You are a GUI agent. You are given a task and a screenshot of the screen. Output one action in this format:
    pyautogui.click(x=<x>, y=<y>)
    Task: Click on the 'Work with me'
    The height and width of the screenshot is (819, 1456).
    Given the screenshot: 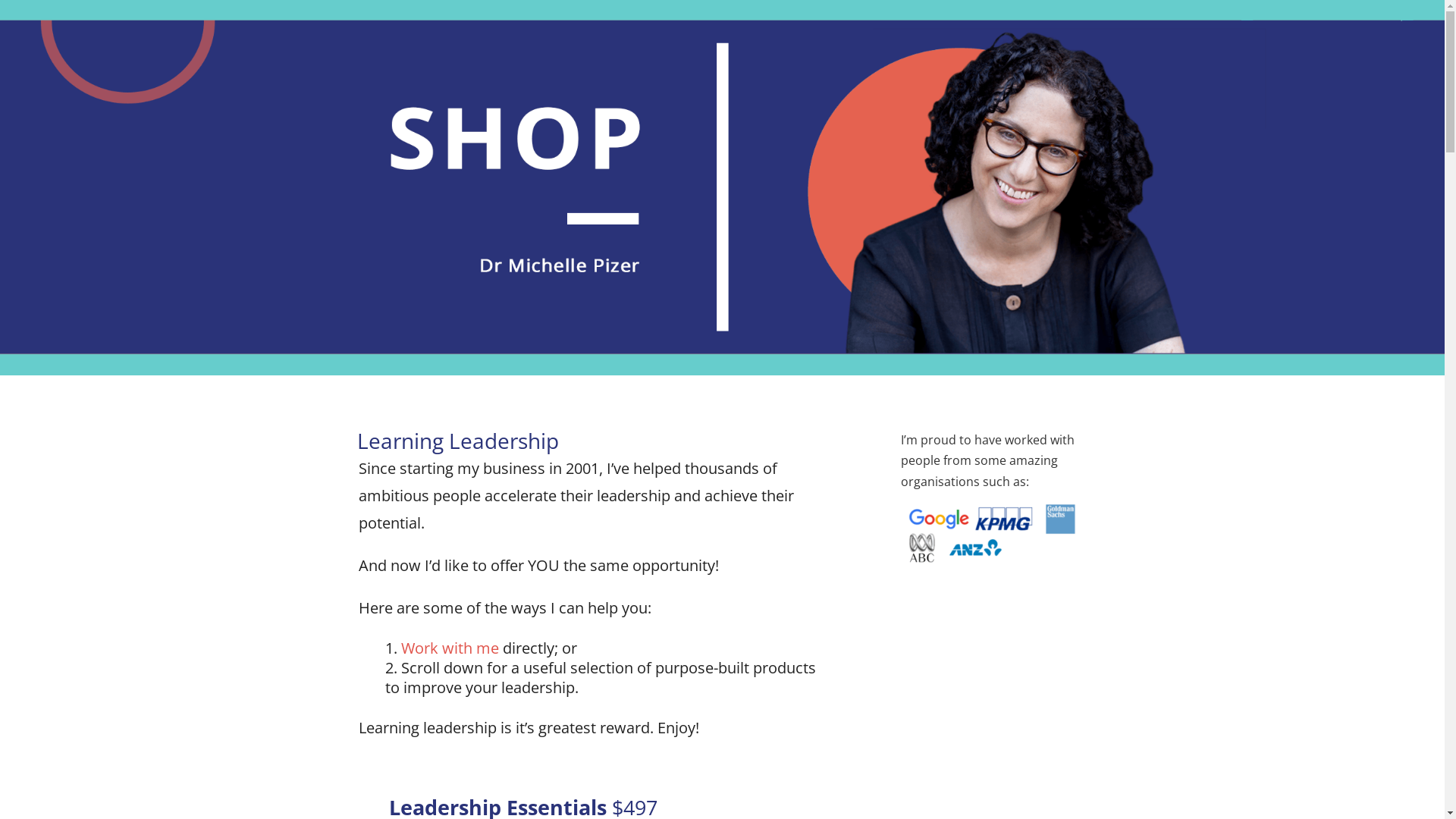 What is the action you would take?
    pyautogui.click(x=400, y=648)
    